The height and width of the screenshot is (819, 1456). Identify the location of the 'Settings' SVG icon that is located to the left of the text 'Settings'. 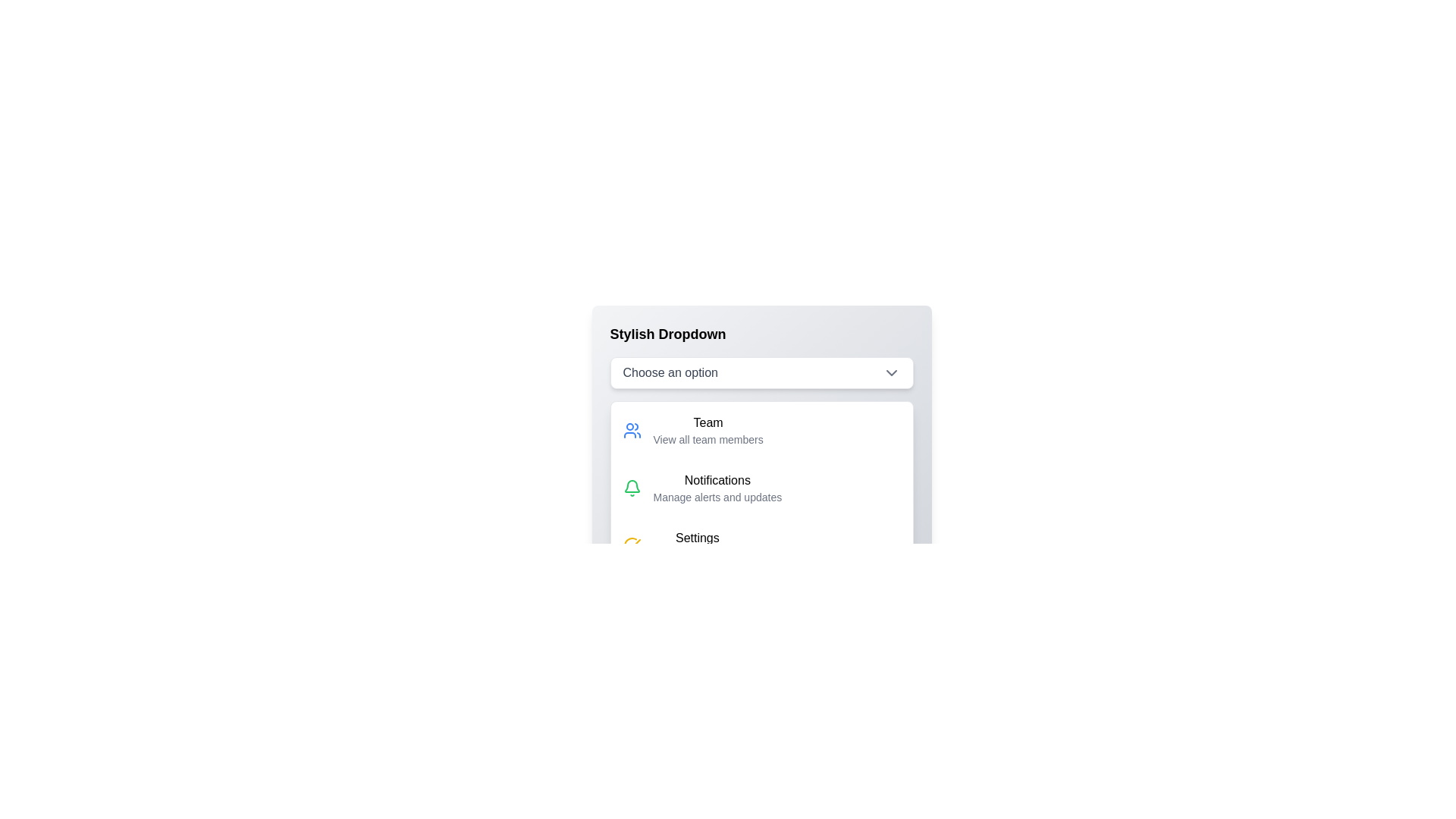
(632, 546).